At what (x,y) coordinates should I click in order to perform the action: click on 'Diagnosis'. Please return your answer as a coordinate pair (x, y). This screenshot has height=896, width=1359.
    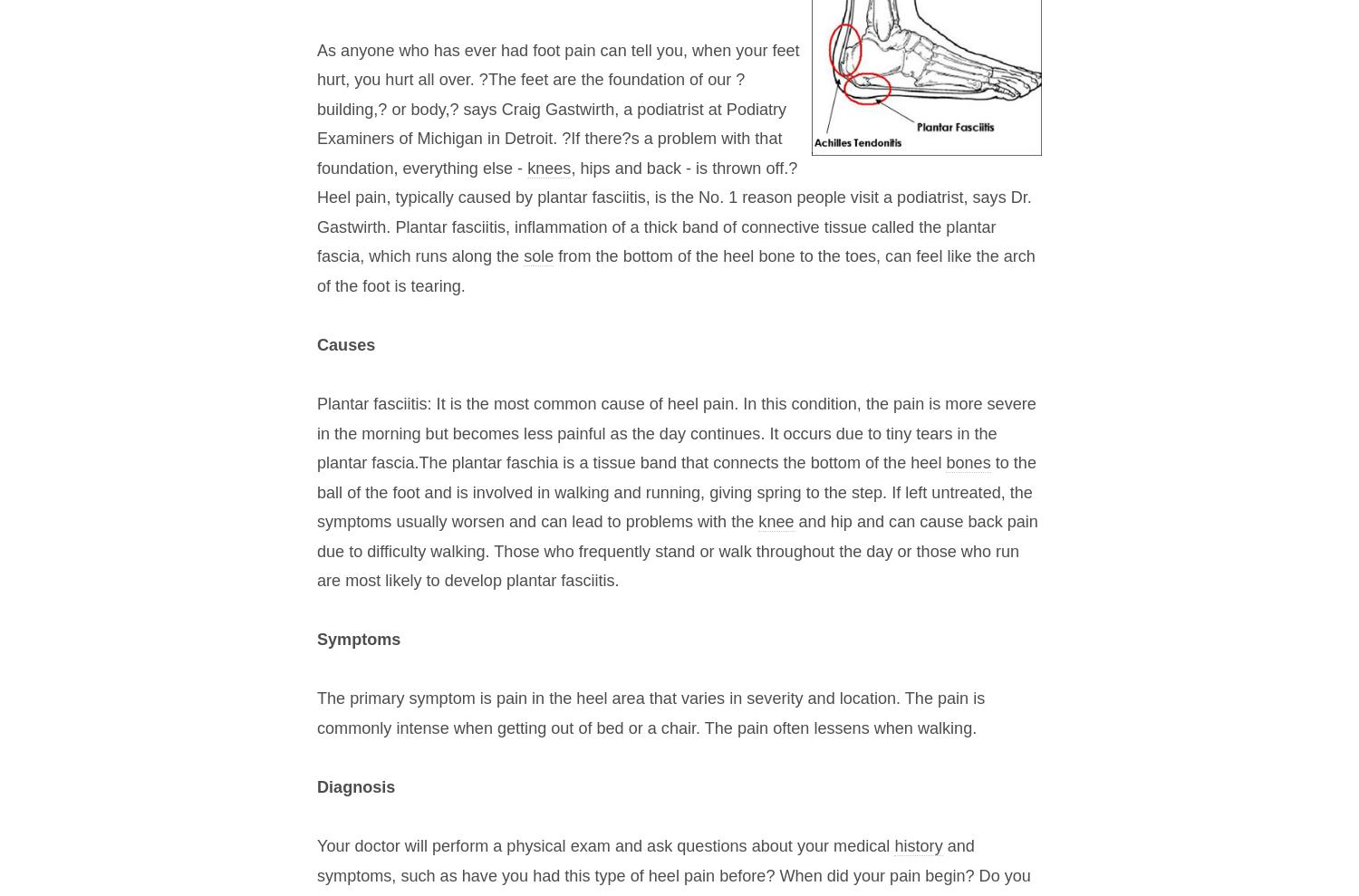
    Looking at the image, I should click on (356, 787).